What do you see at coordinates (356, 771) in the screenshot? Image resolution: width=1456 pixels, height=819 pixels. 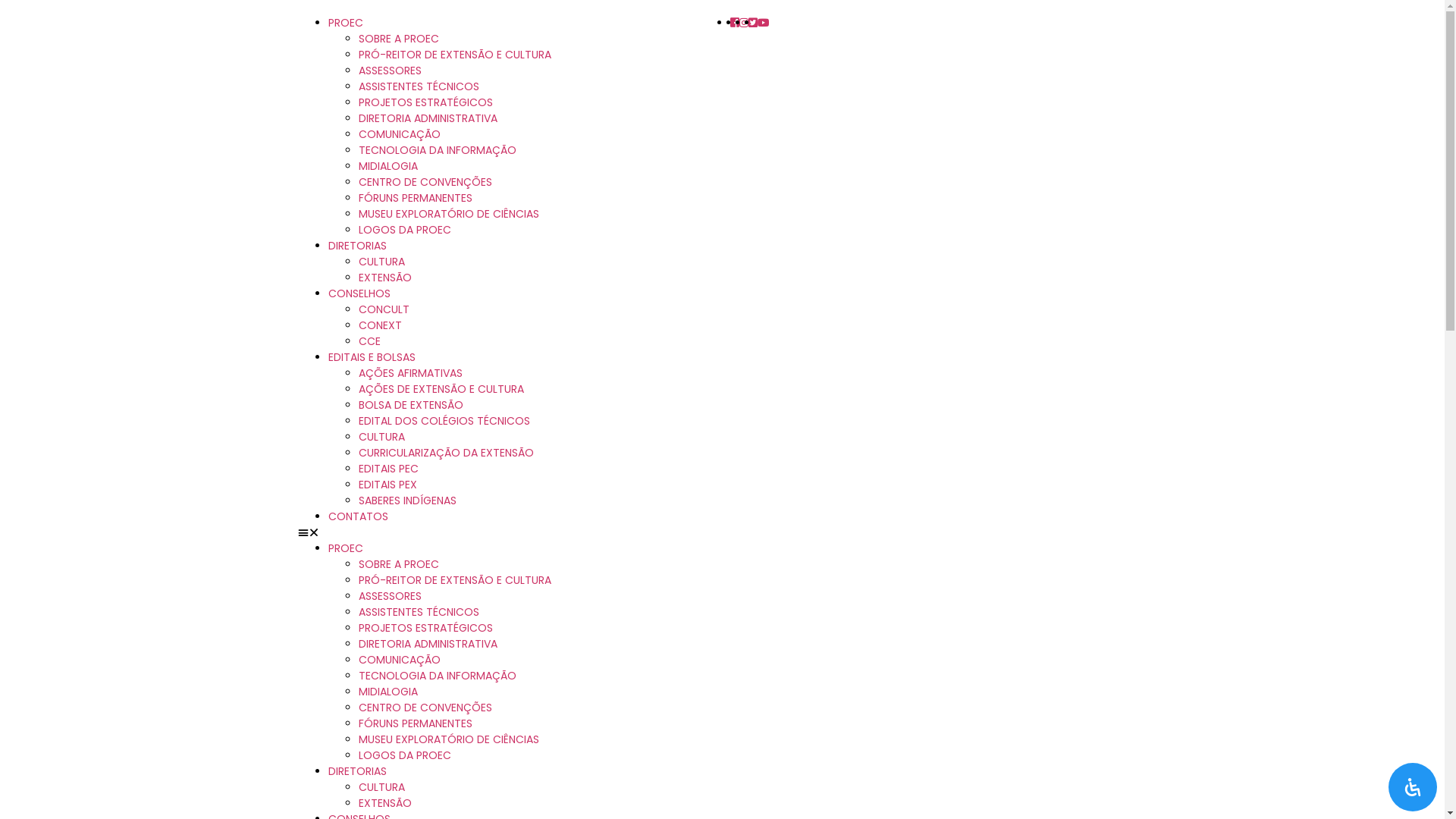 I see `'DIRETORIAS'` at bounding box center [356, 771].